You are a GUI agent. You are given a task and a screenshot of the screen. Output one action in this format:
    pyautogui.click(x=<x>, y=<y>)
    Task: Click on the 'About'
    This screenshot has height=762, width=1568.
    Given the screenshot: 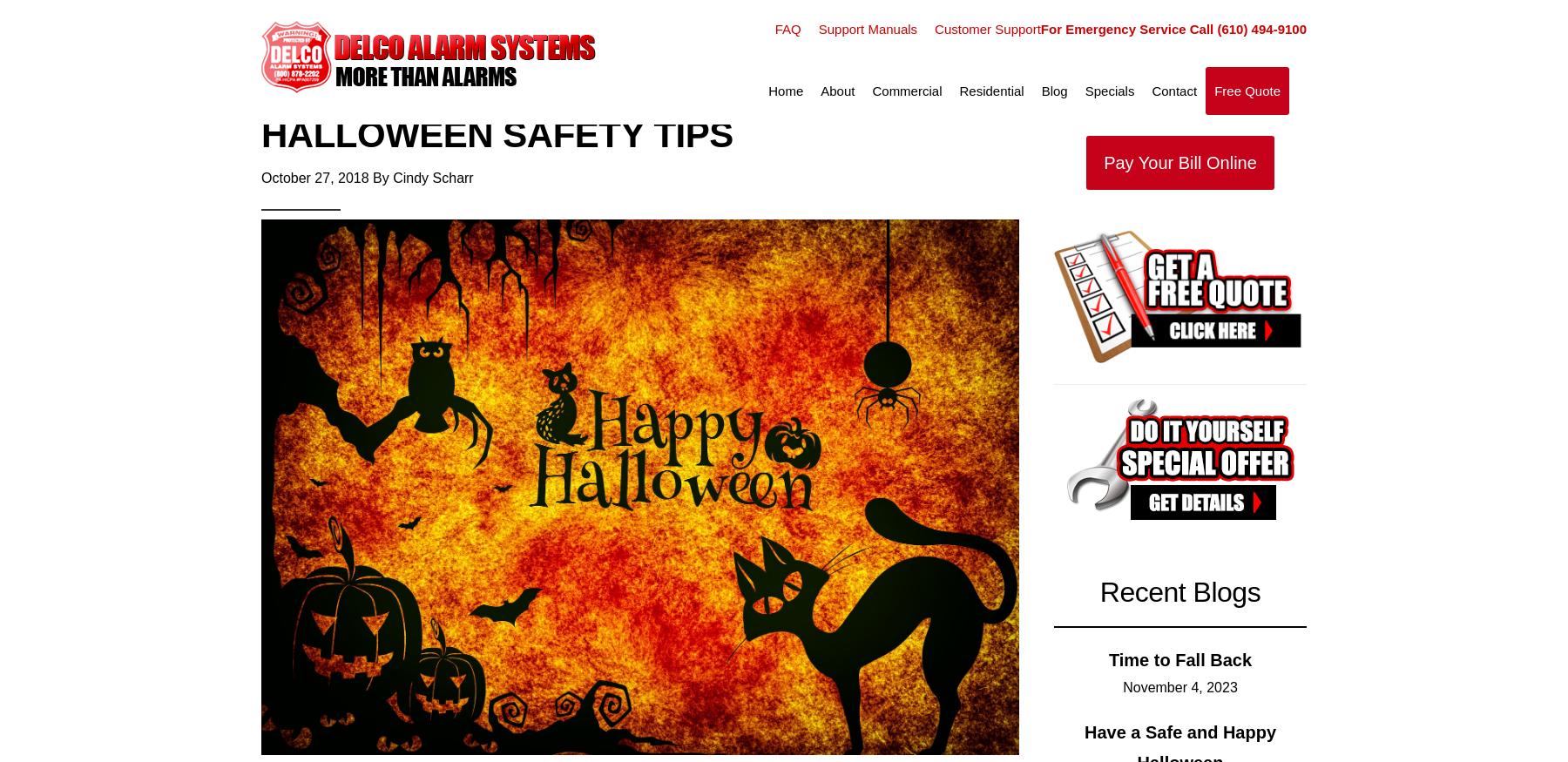 What is the action you would take?
    pyautogui.click(x=836, y=91)
    